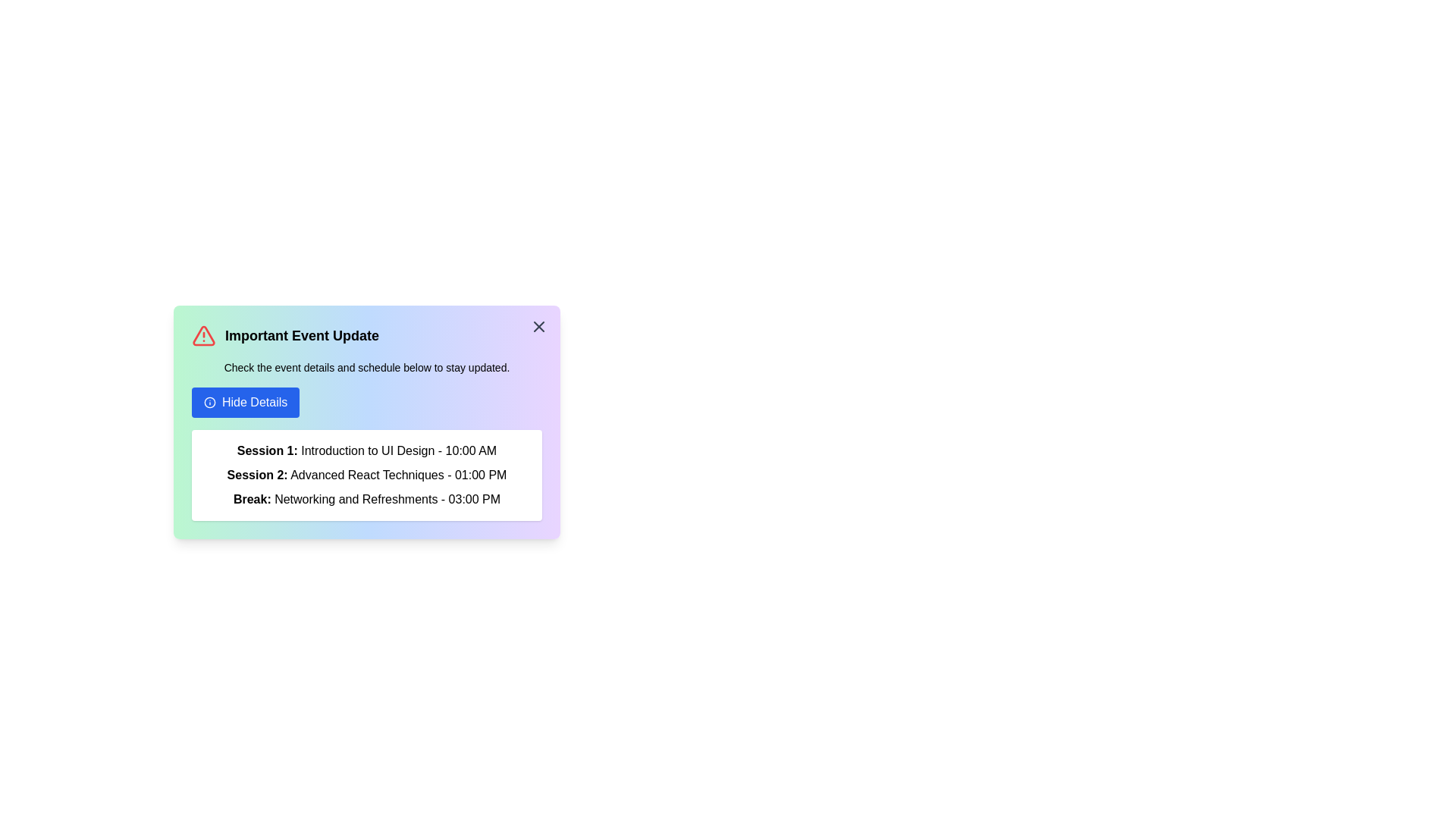 The image size is (1456, 819). Describe the element at coordinates (246, 402) in the screenshot. I see `the 'Hide Details' button to toggle the visibility of the details section` at that location.